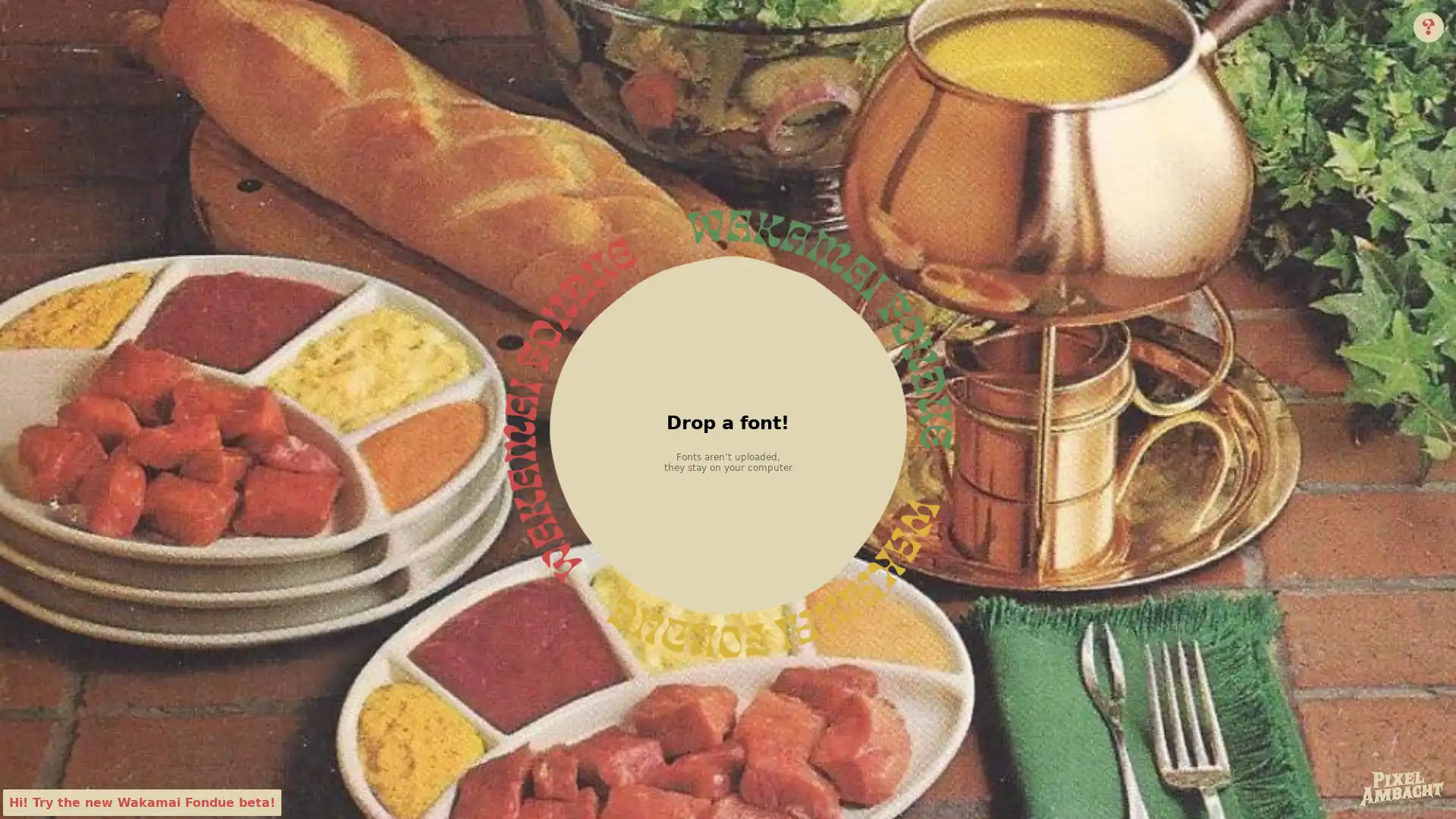 This screenshot has width=1456, height=819. Describe the element at coordinates (1427, 27) in the screenshot. I see `Info` at that location.